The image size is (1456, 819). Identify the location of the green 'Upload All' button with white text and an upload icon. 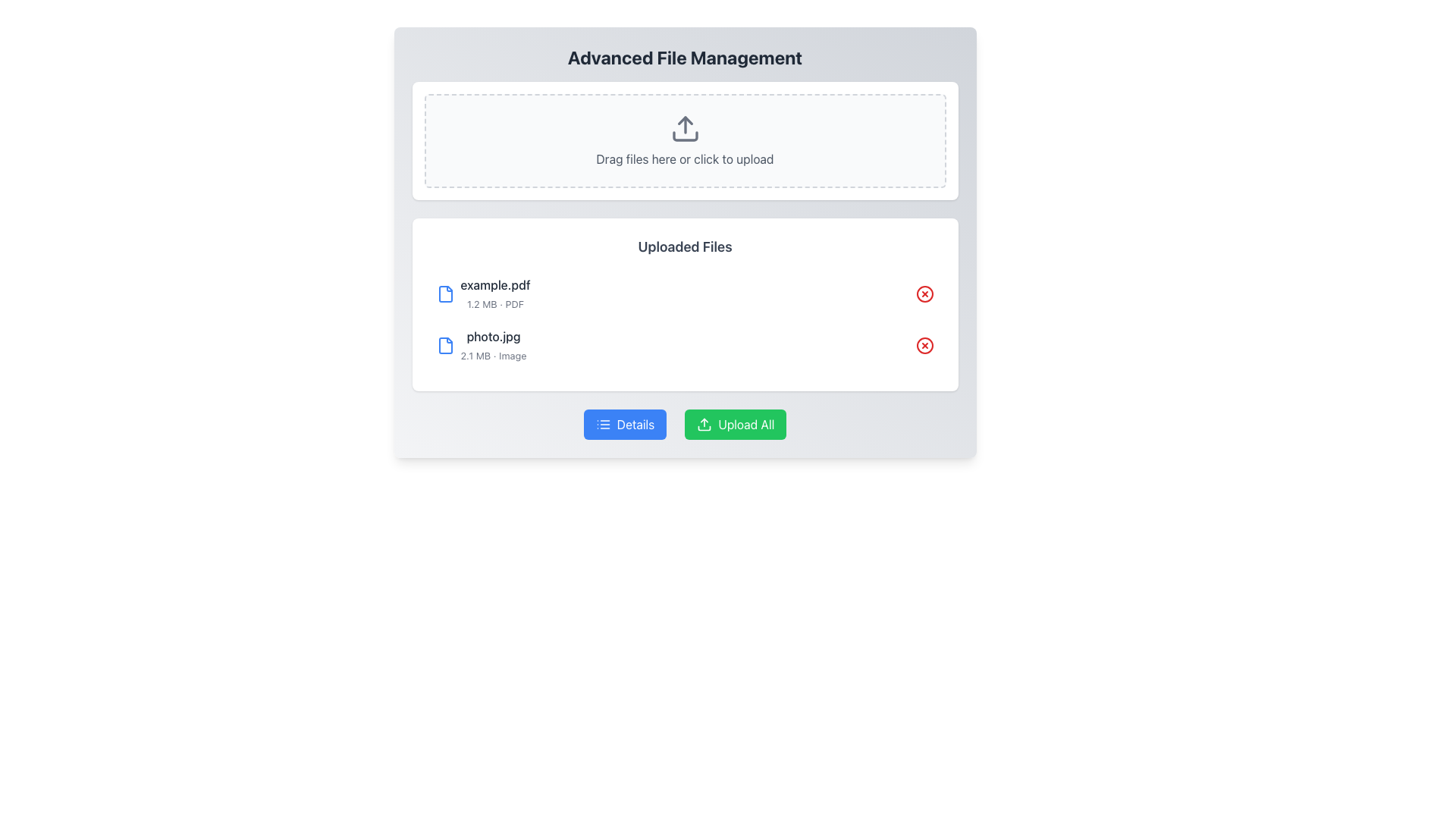
(735, 424).